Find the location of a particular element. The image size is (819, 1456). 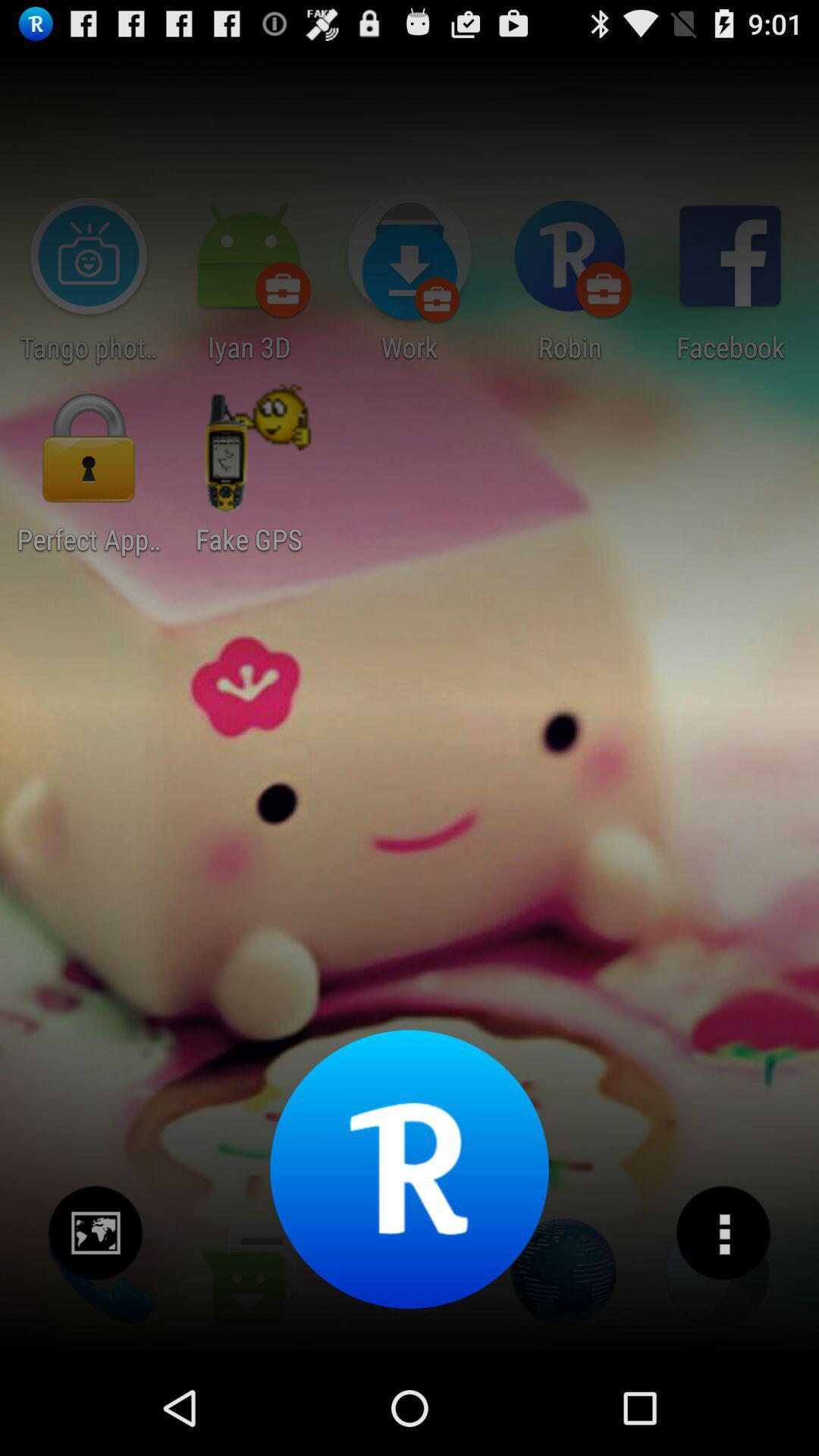

more details is located at coordinates (722, 1233).